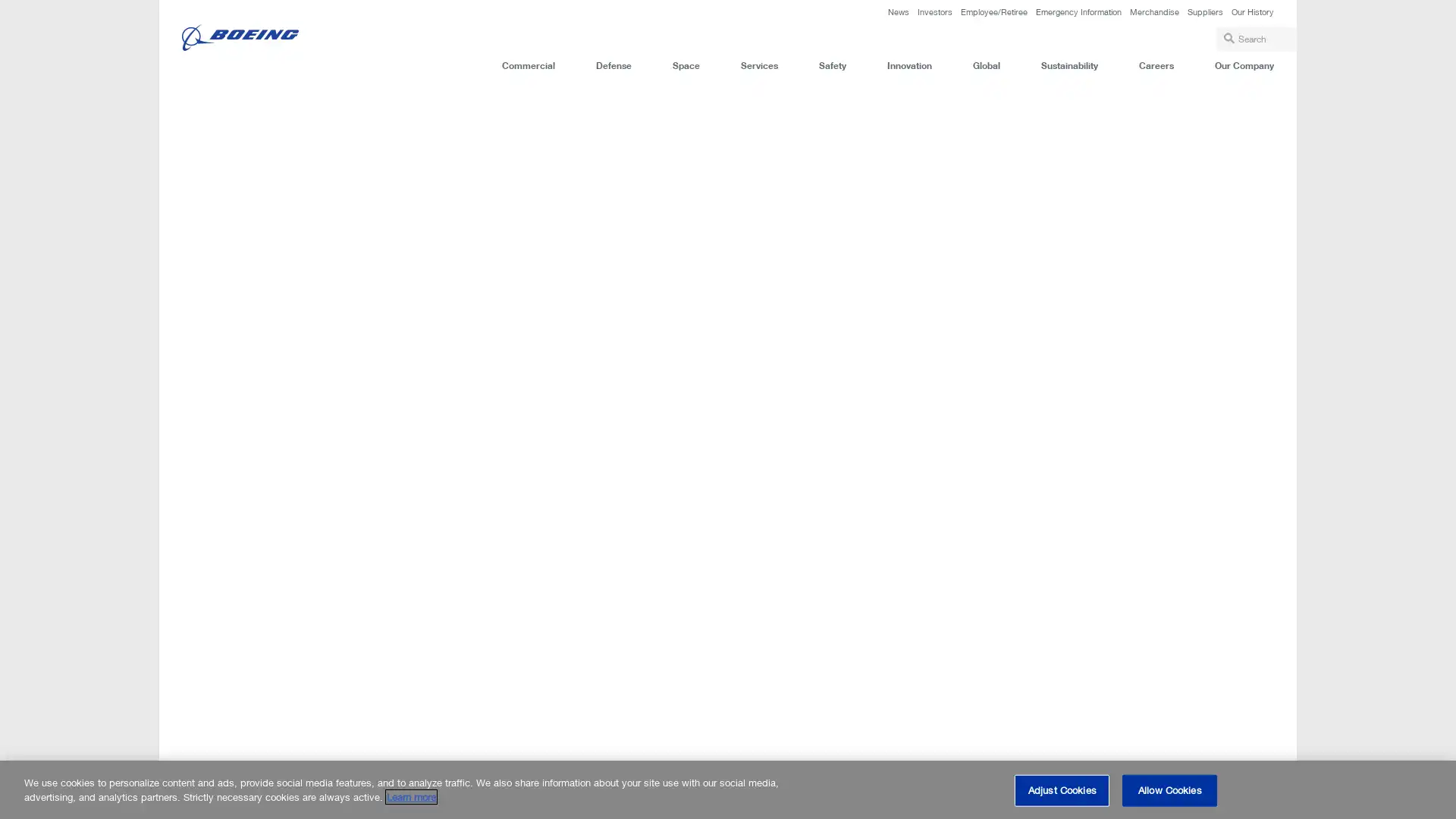 The image size is (1456, 819). Describe the element at coordinates (1169, 786) in the screenshot. I see `Allow Cookies` at that location.